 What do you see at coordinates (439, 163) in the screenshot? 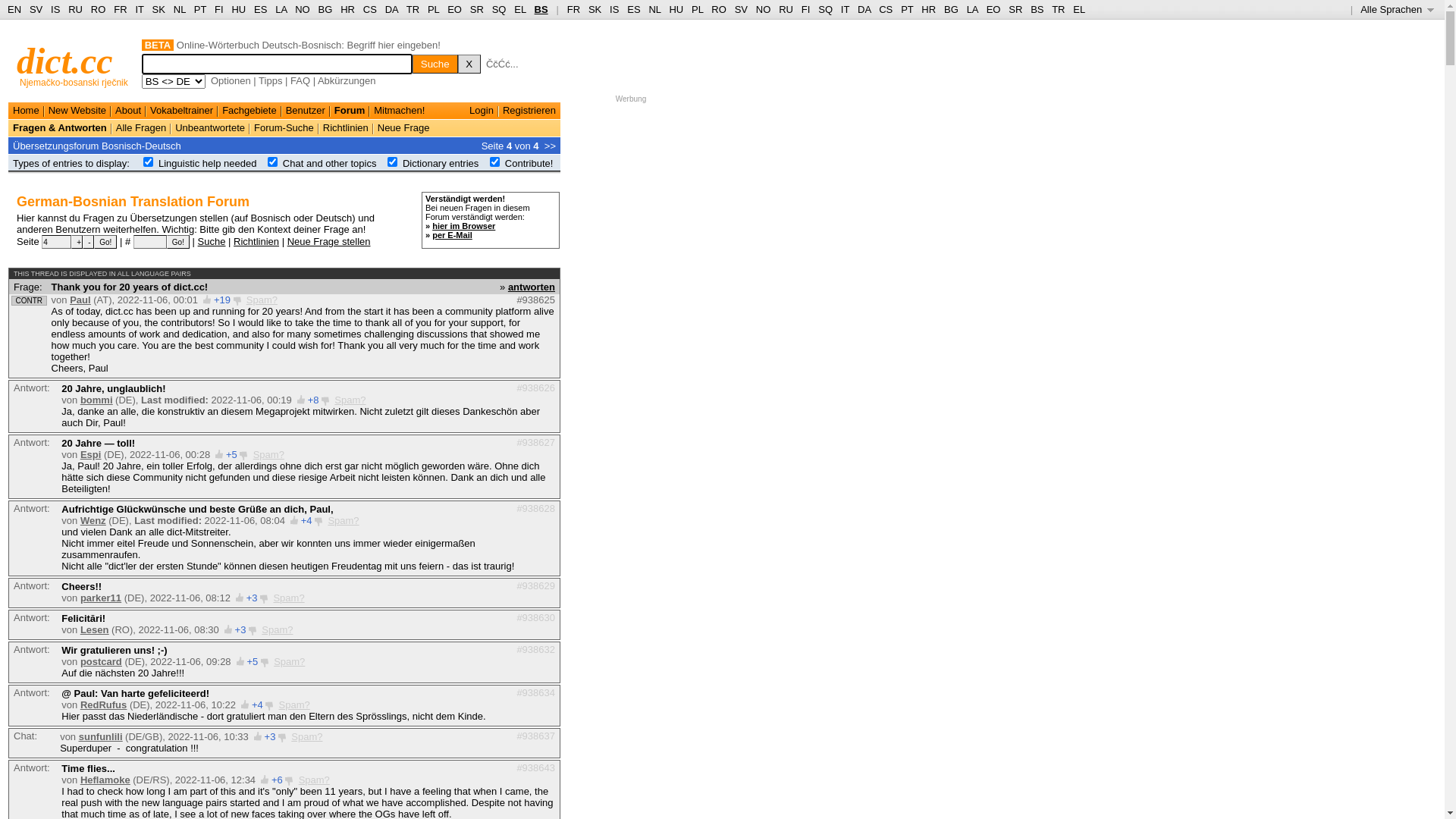
I see `'Dictionary entries'` at bounding box center [439, 163].